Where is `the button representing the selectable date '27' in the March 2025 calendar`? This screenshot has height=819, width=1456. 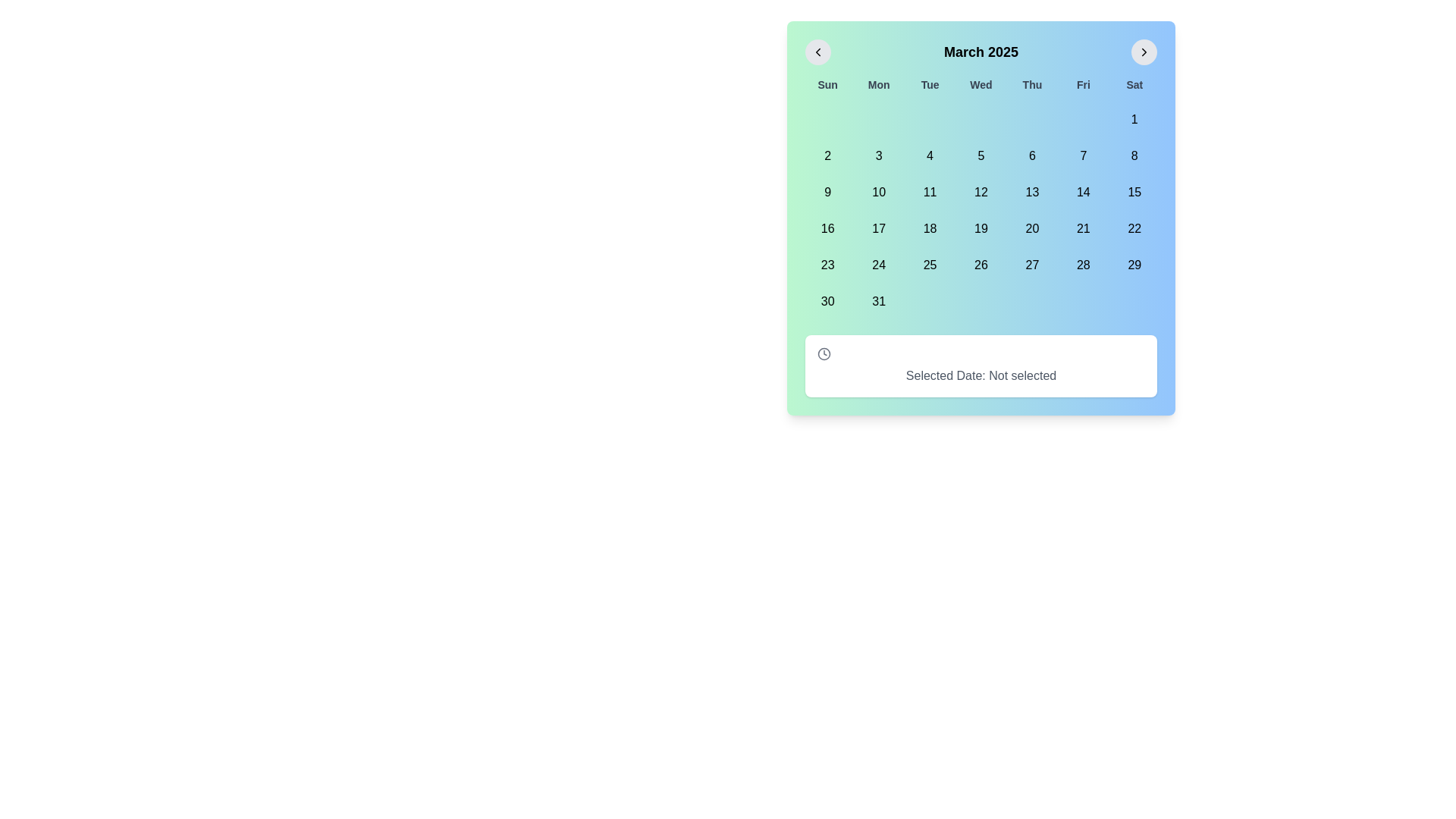 the button representing the selectable date '27' in the March 2025 calendar is located at coordinates (1031, 265).